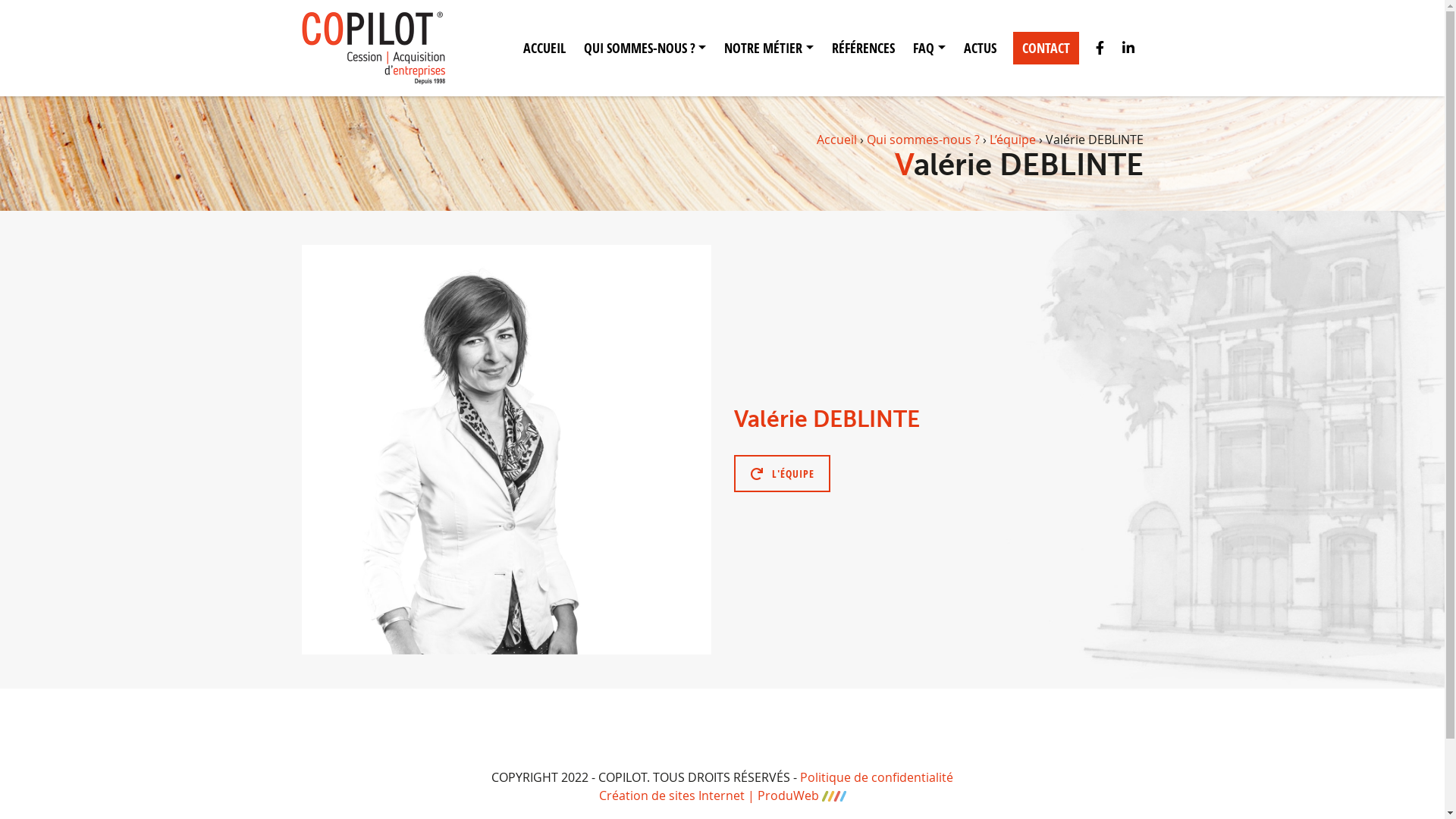 The width and height of the screenshot is (1456, 819). What do you see at coordinates (544, 47) in the screenshot?
I see `'ACCUEIL'` at bounding box center [544, 47].